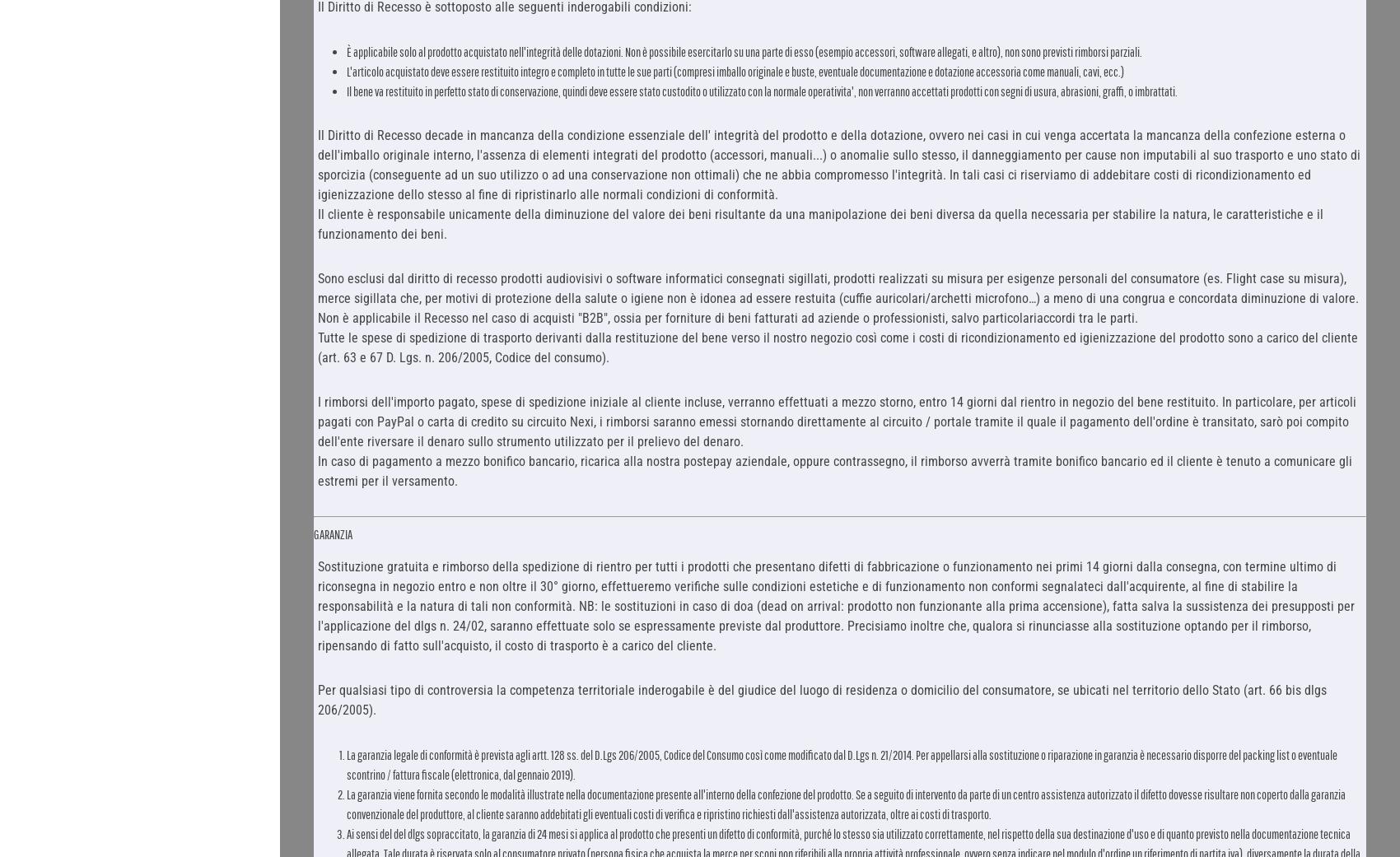 Image resolution: width=1400 pixels, height=857 pixels. What do you see at coordinates (836, 346) in the screenshot?
I see `'Tutte le spese di spedizione di trasporto derivanti dalla restituzione del bene verso il nostro negozio così come i costi di ricondizionamento ed
igienizzazione del prodotto sono a carico del cliente (art. 63 e 67 D. Lgs. n. 206/2005, Codice del consumo).'` at bounding box center [836, 346].